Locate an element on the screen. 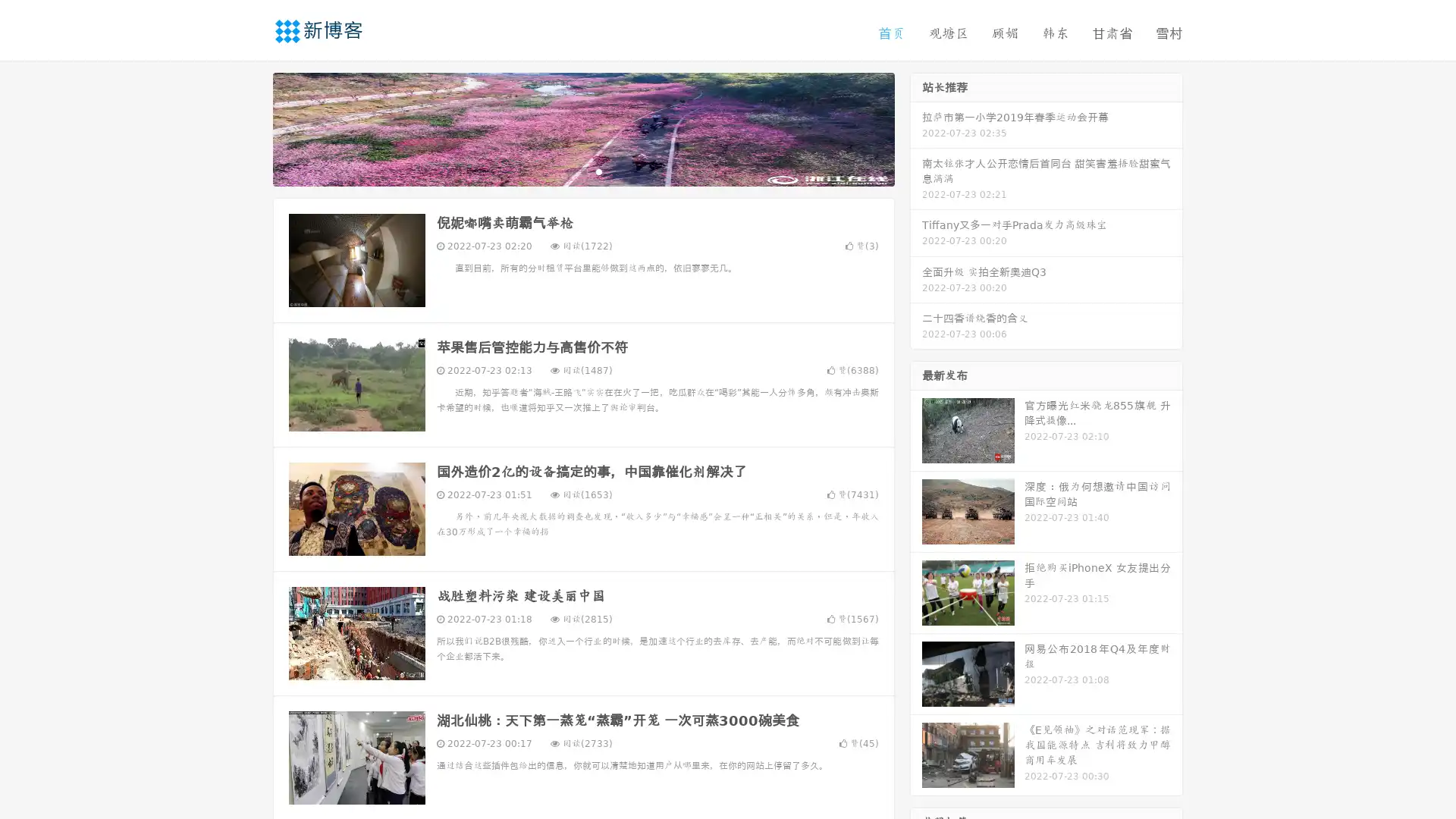 The width and height of the screenshot is (1456, 819). Go to slide 2 is located at coordinates (582, 171).